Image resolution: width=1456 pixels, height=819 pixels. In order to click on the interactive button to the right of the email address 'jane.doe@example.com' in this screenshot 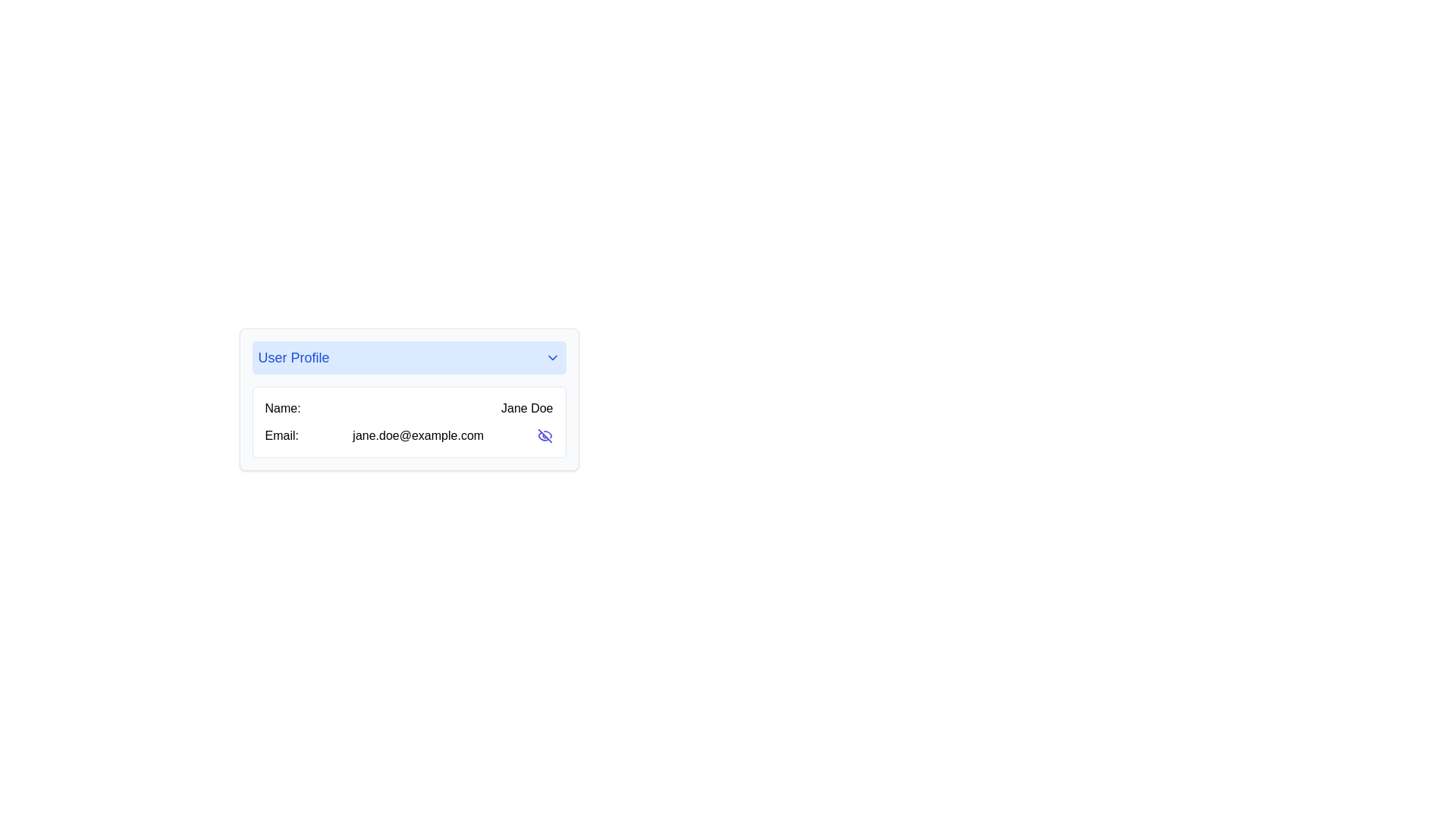, I will do `click(545, 435)`.